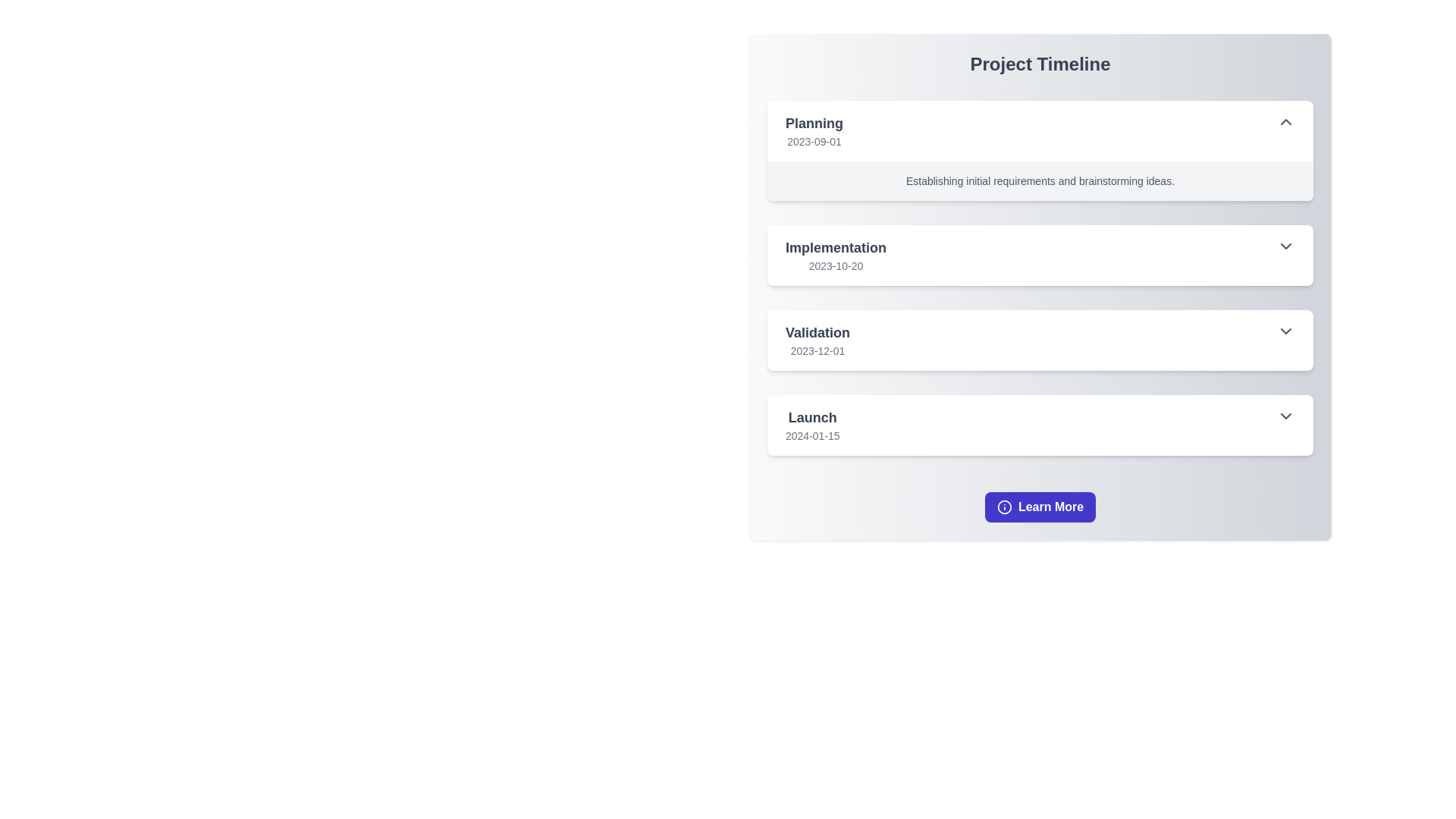 Image resolution: width=1456 pixels, height=819 pixels. What do you see at coordinates (1040, 180) in the screenshot?
I see `the textual description that reads 'Establishing initial requirements and brainstorming ideas.' located in the 'Planning' section under the 'Project Timeline' header` at bounding box center [1040, 180].